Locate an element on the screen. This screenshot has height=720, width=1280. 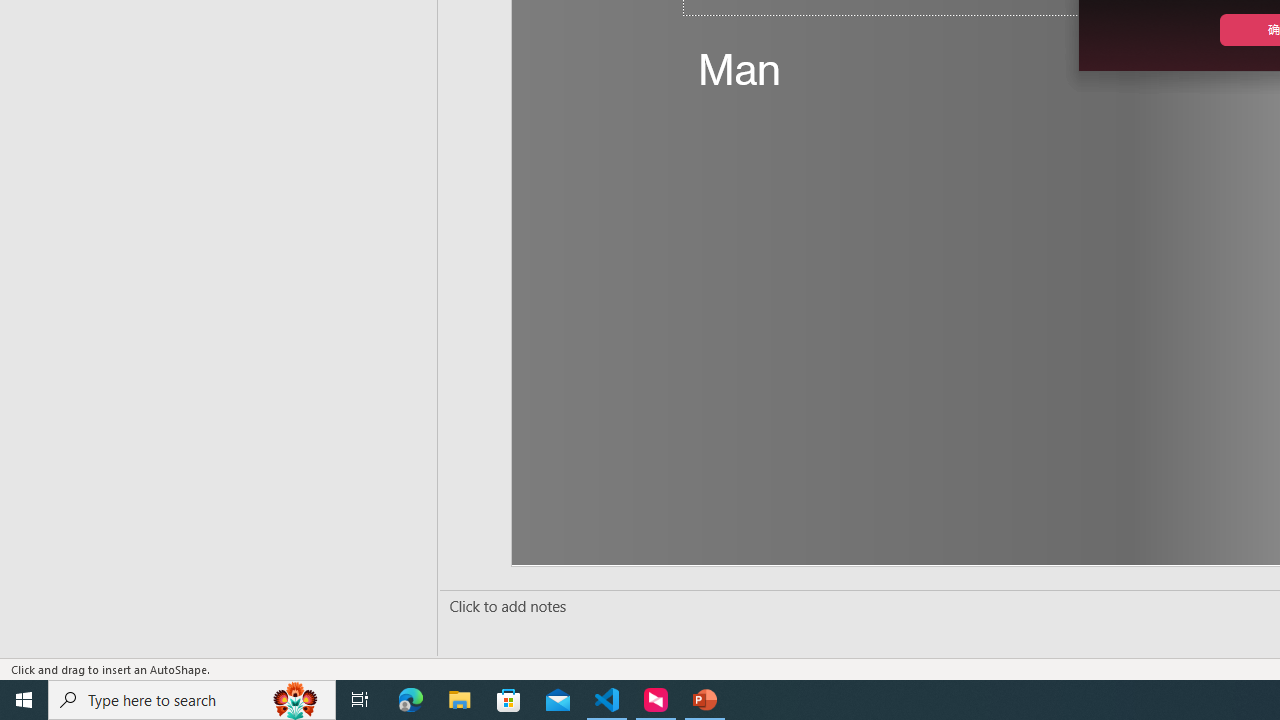
'Microsoft Edge' is located at coordinates (410, 698).